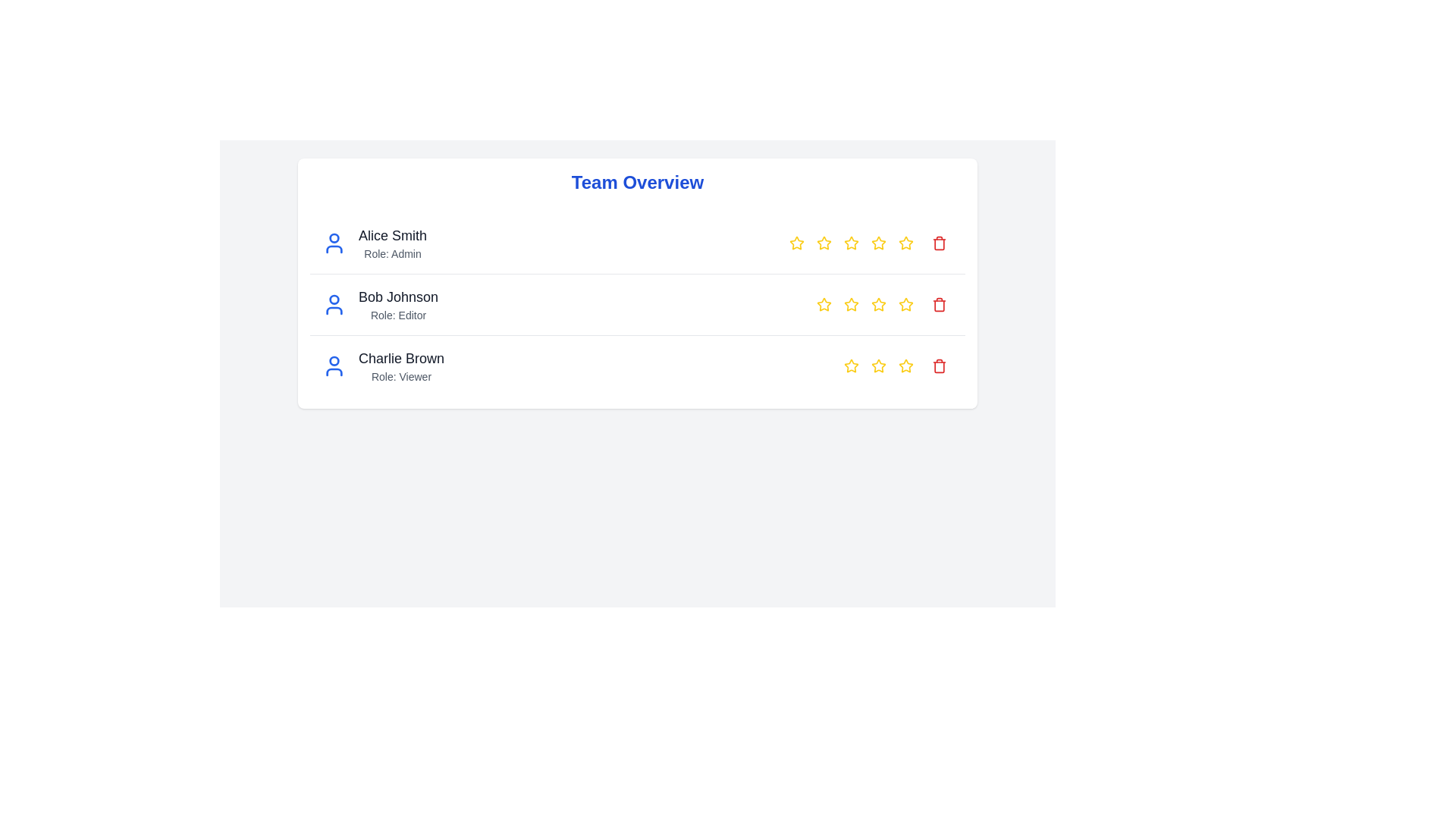 This screenshot has width=1456, height=819. I want to click on the fourth star-shaped rating icon with a yellow border and white filling associated with the user 'Charlie Brown' to rate it, so click(852, 366).